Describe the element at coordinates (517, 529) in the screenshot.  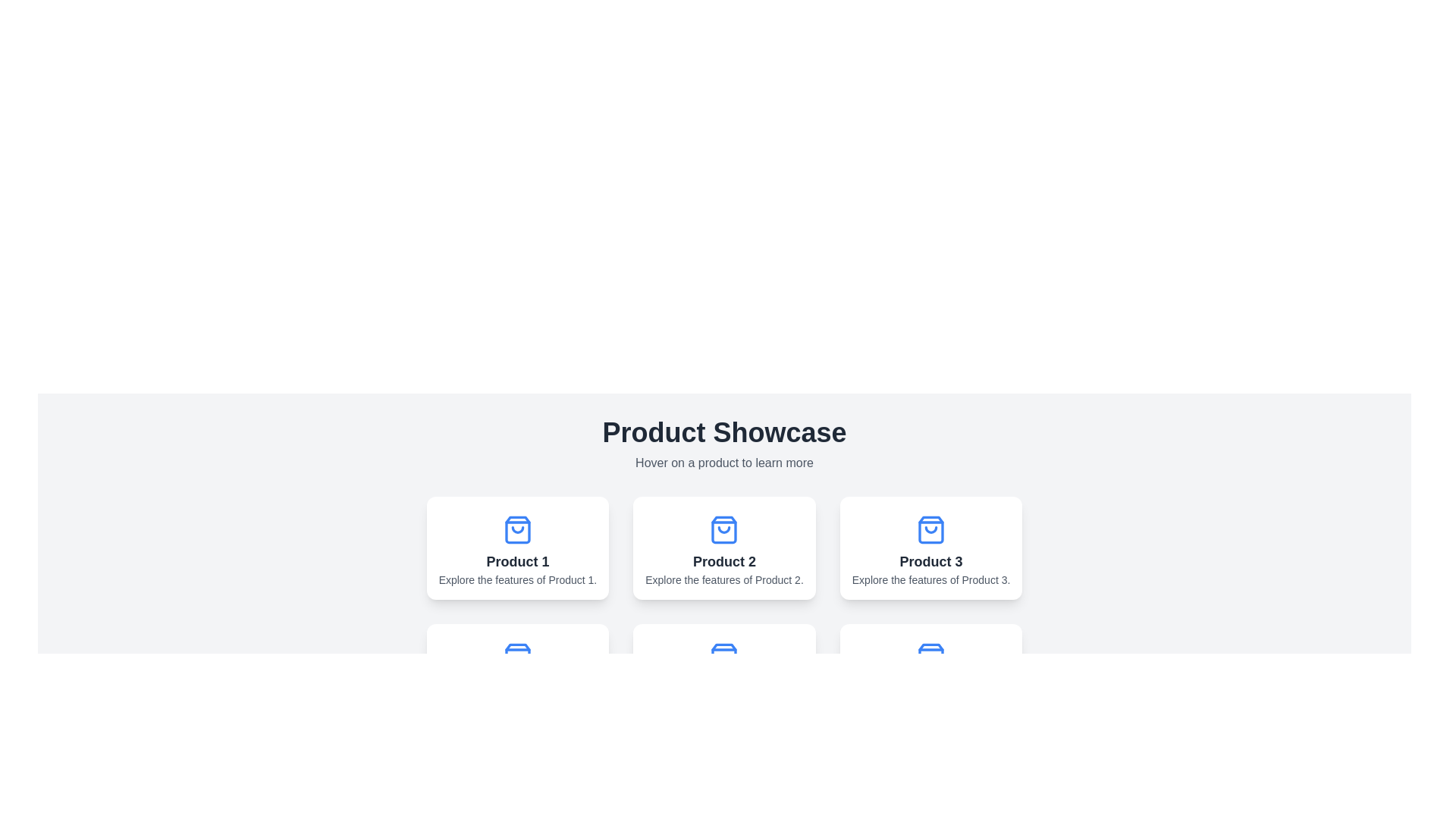
I see `the shopping bag icon located at the center of the 'Product 1' card` at that location.